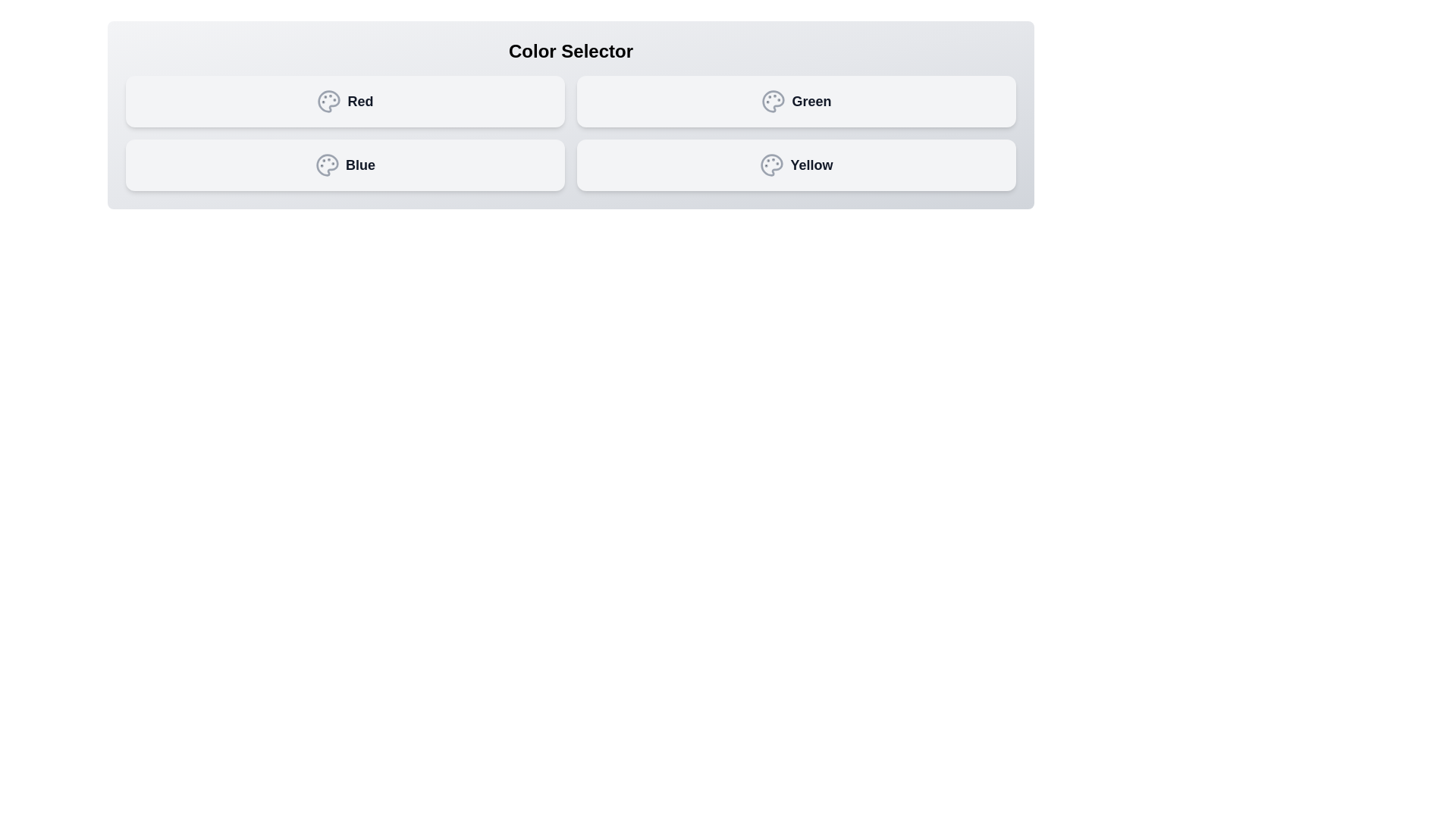 This screenshot has width=1456, height=819. Describe the element at coordinates (344, 165) in the screenshot. I see `the color Blue by clicking its button` at that location.